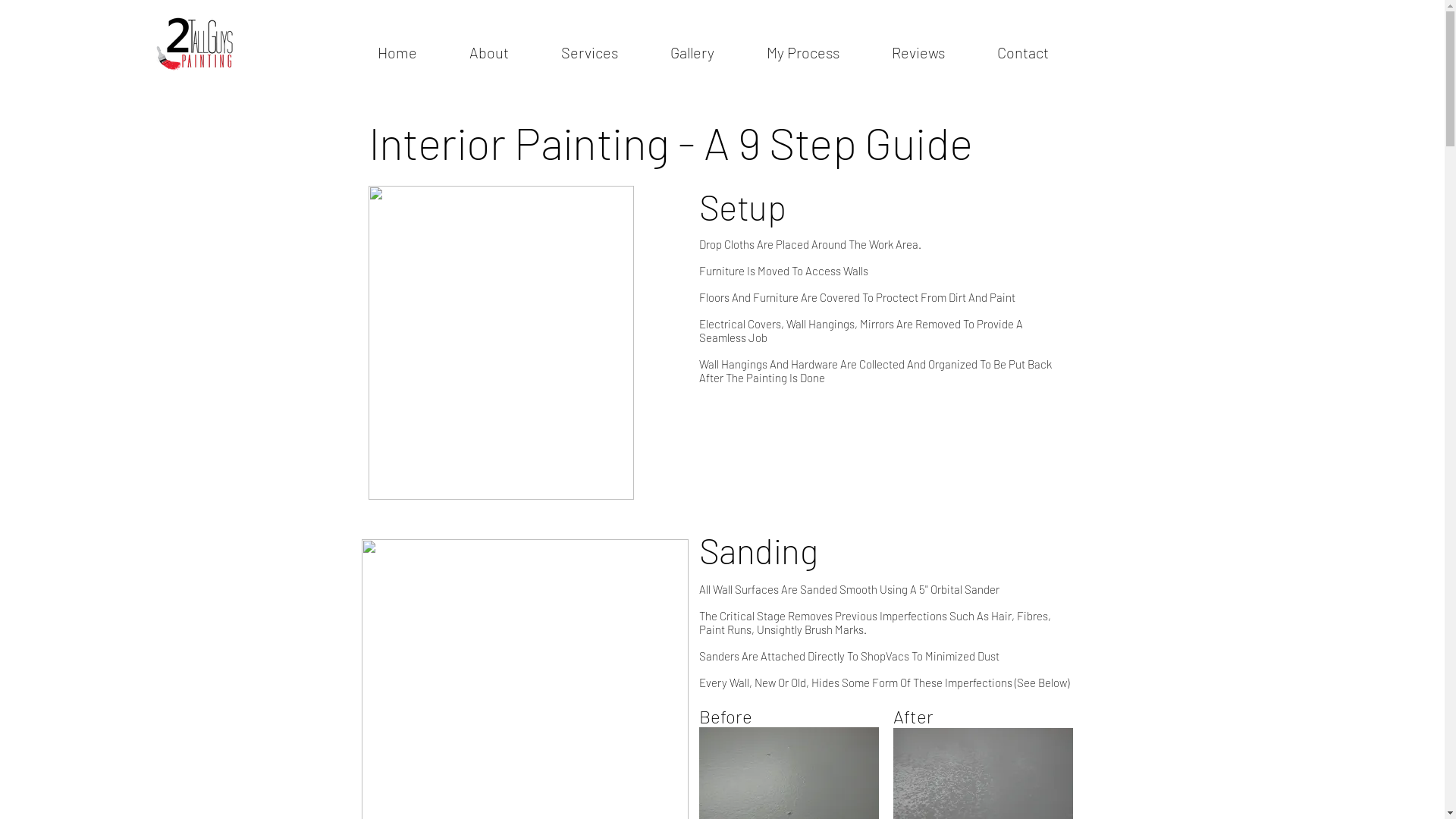  What do you see at coordinates (588, 52) in the screenshot?
I see `'Services'` at bounding box center [588, 52].